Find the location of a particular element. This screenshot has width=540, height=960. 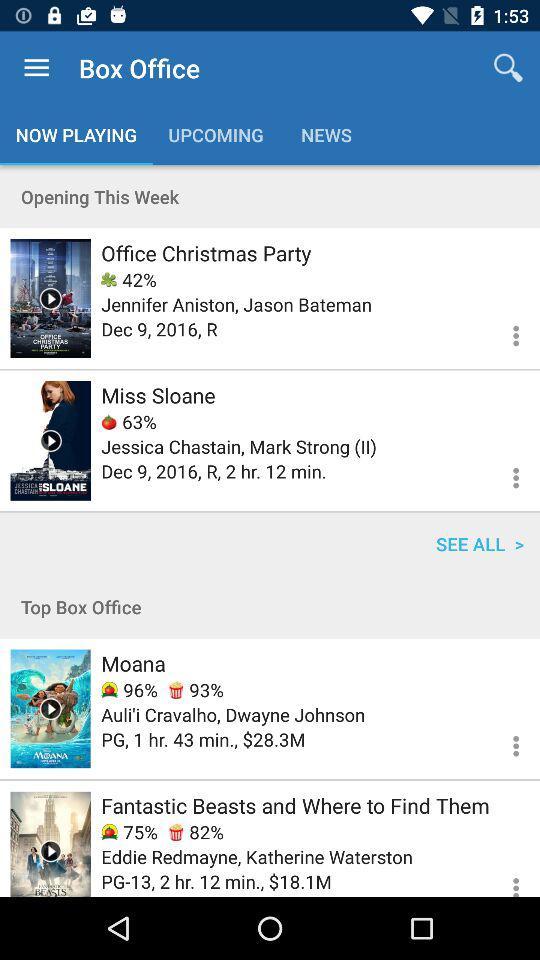

the movie trailer is located at coordinates (50, 440).